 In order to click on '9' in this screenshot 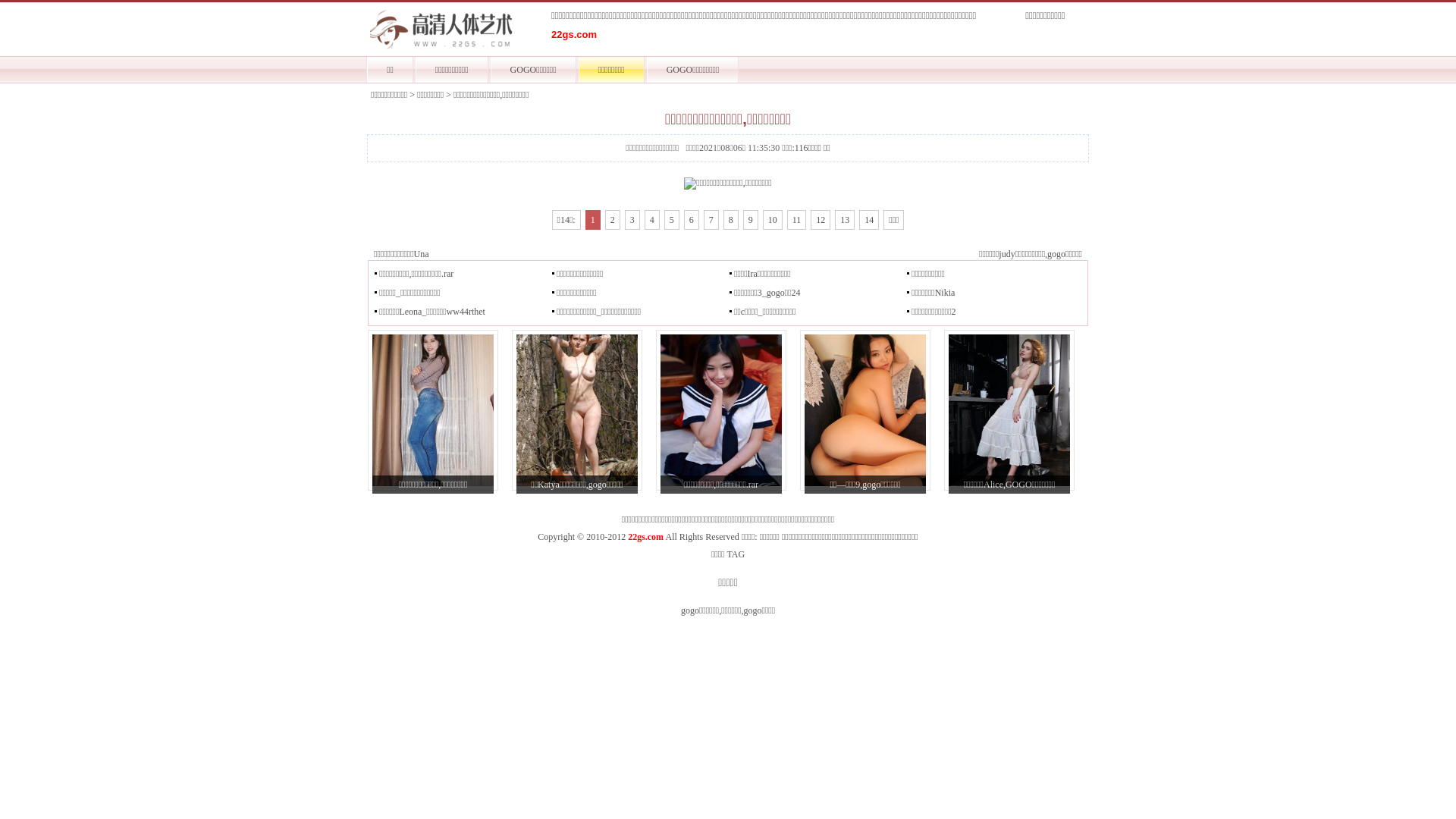, I will do `click(750, 219)`.